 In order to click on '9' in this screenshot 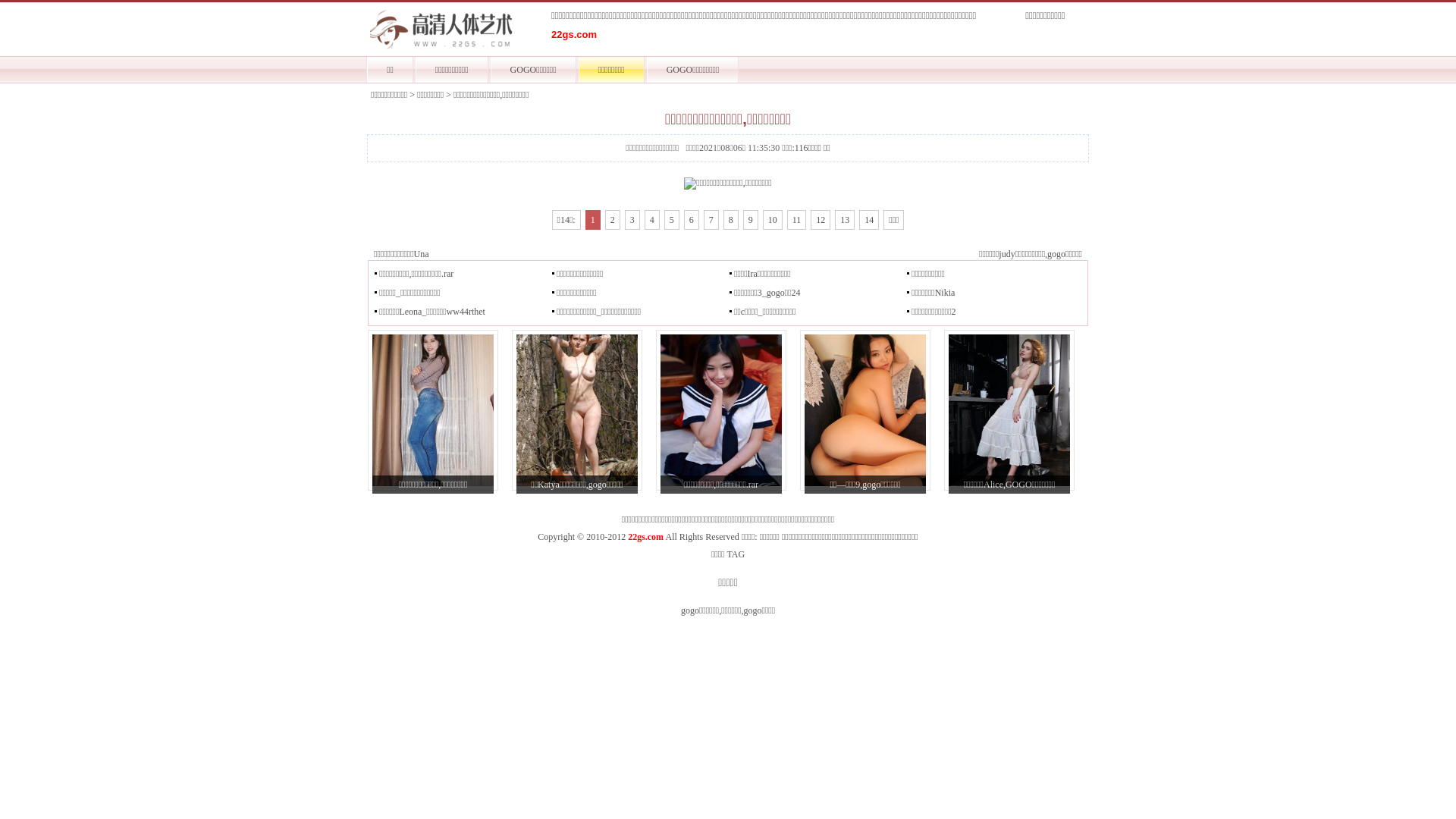, I will do `click(750, 219)`.